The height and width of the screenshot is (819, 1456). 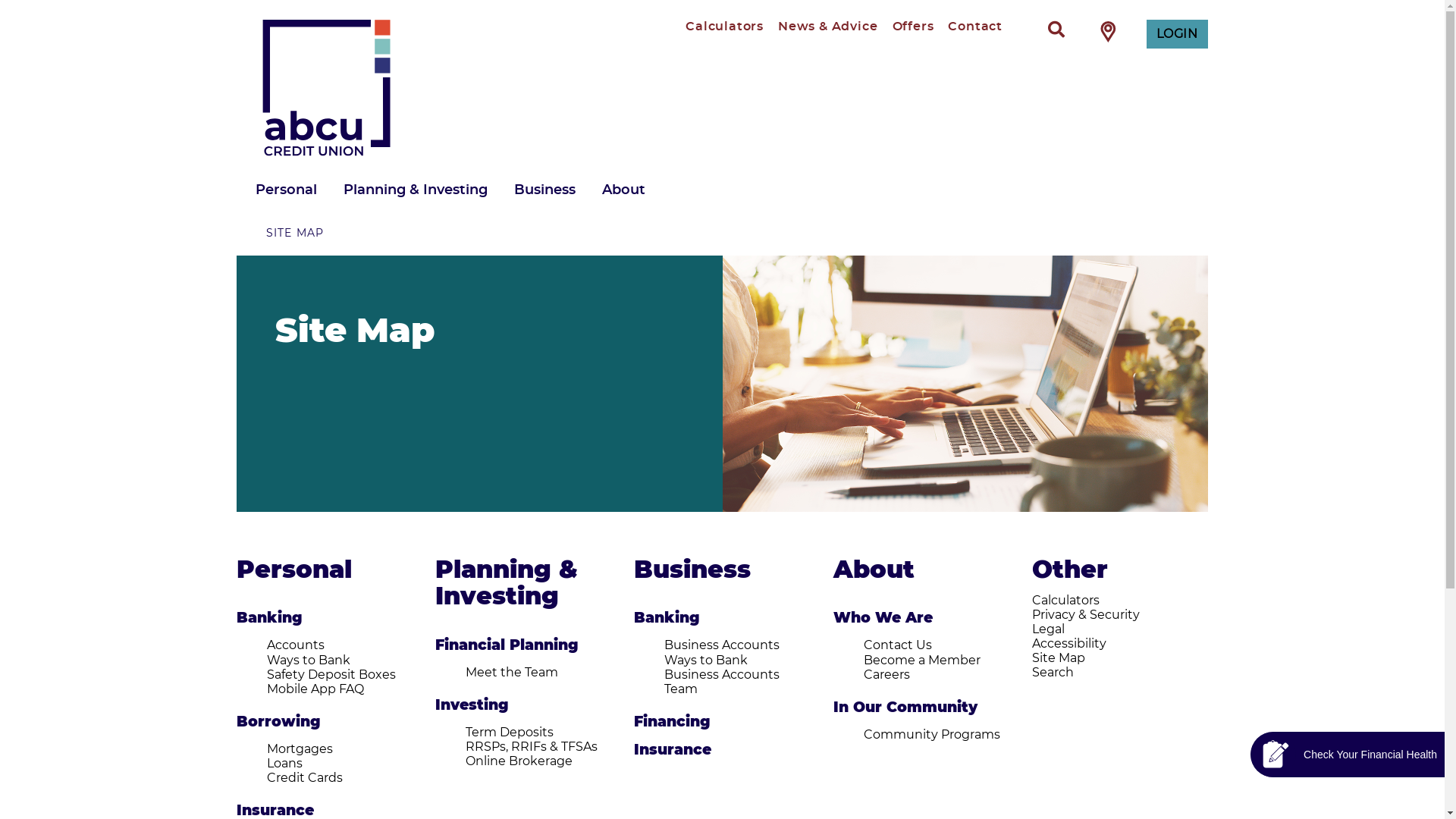 I want to click on 'Contact', so click(x=975, y=26).